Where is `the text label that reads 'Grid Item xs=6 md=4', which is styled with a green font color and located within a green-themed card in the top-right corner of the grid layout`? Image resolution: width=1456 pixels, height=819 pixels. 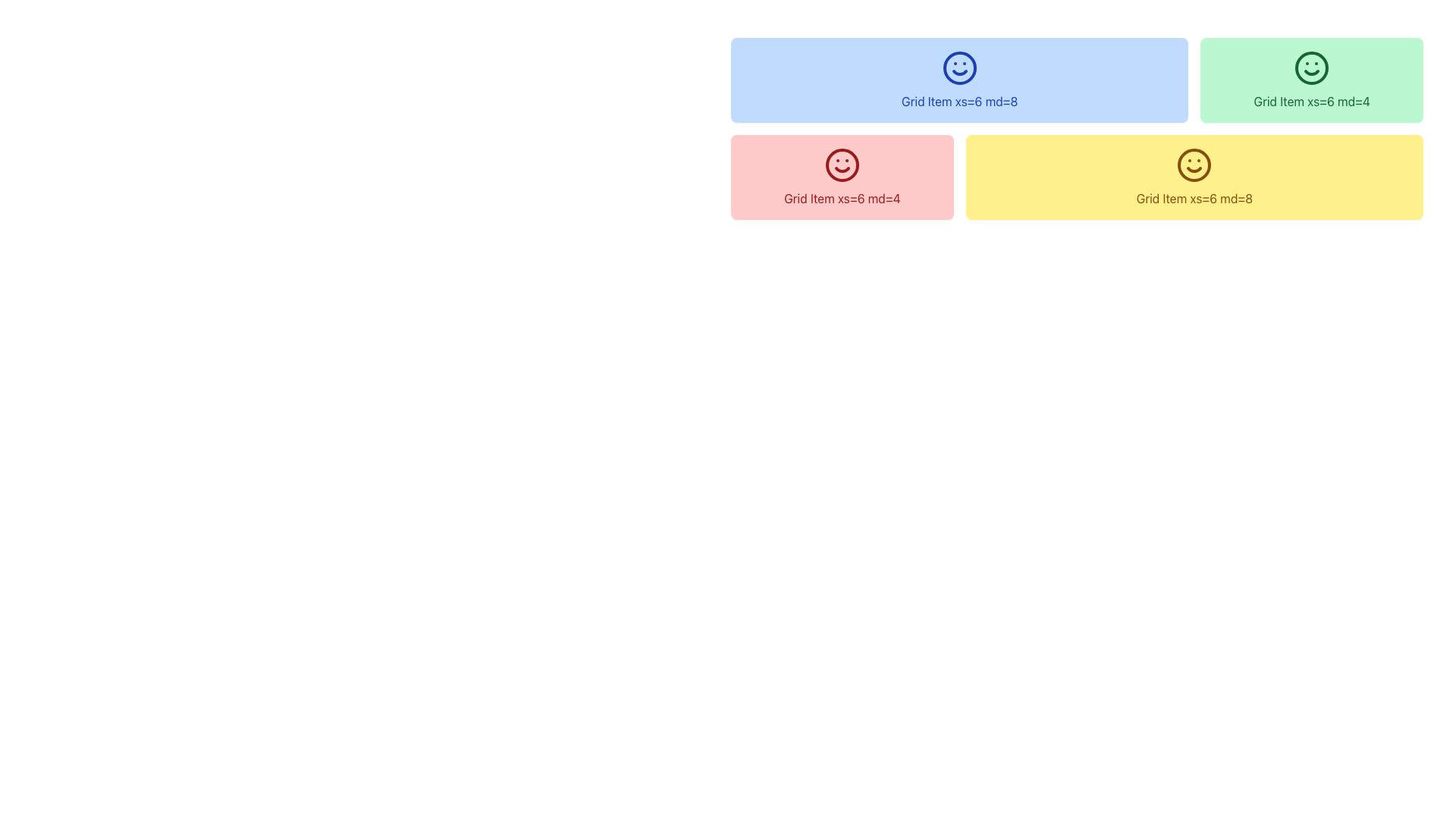 the text label that reads 'Grid Item xs=6 md=4', which is styled with a green font color and located within a green-themed card in the top-right corner of the grid layout is located at coordinates (1311, 102).